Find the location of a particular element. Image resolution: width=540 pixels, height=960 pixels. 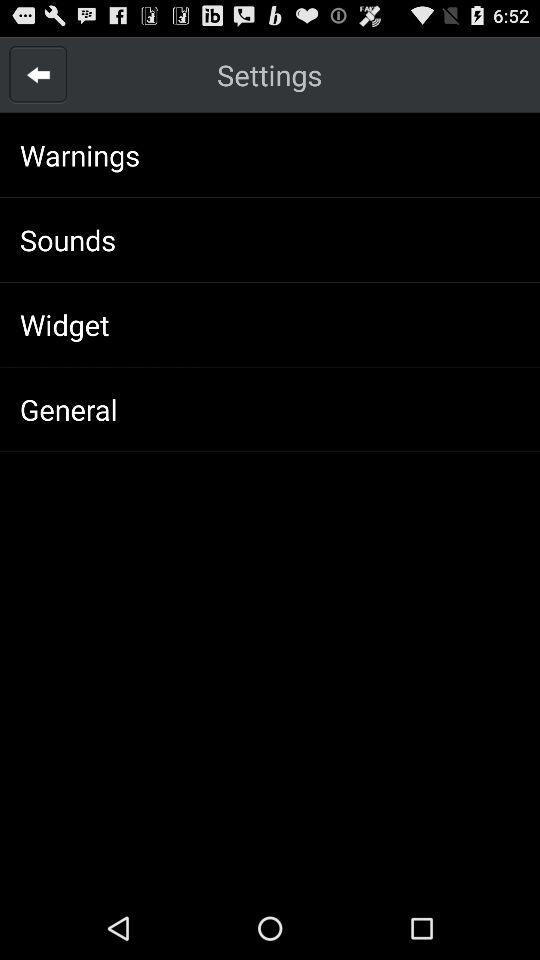

a back button is located at coordinates (38, 74).